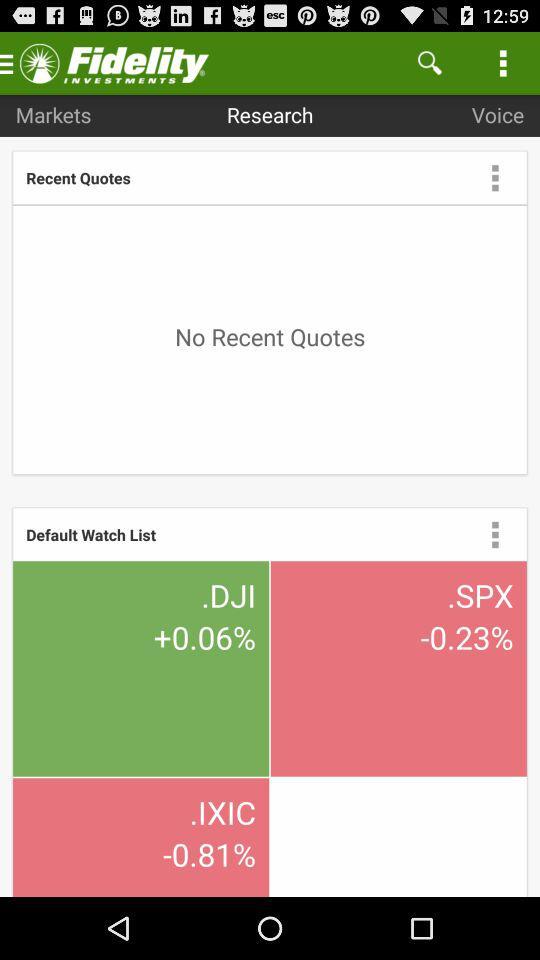 The width and height of the screenshot is (540, 960). Describe the element at coordinates (494, 533) in the screenshot. I see `see more options` at that location.